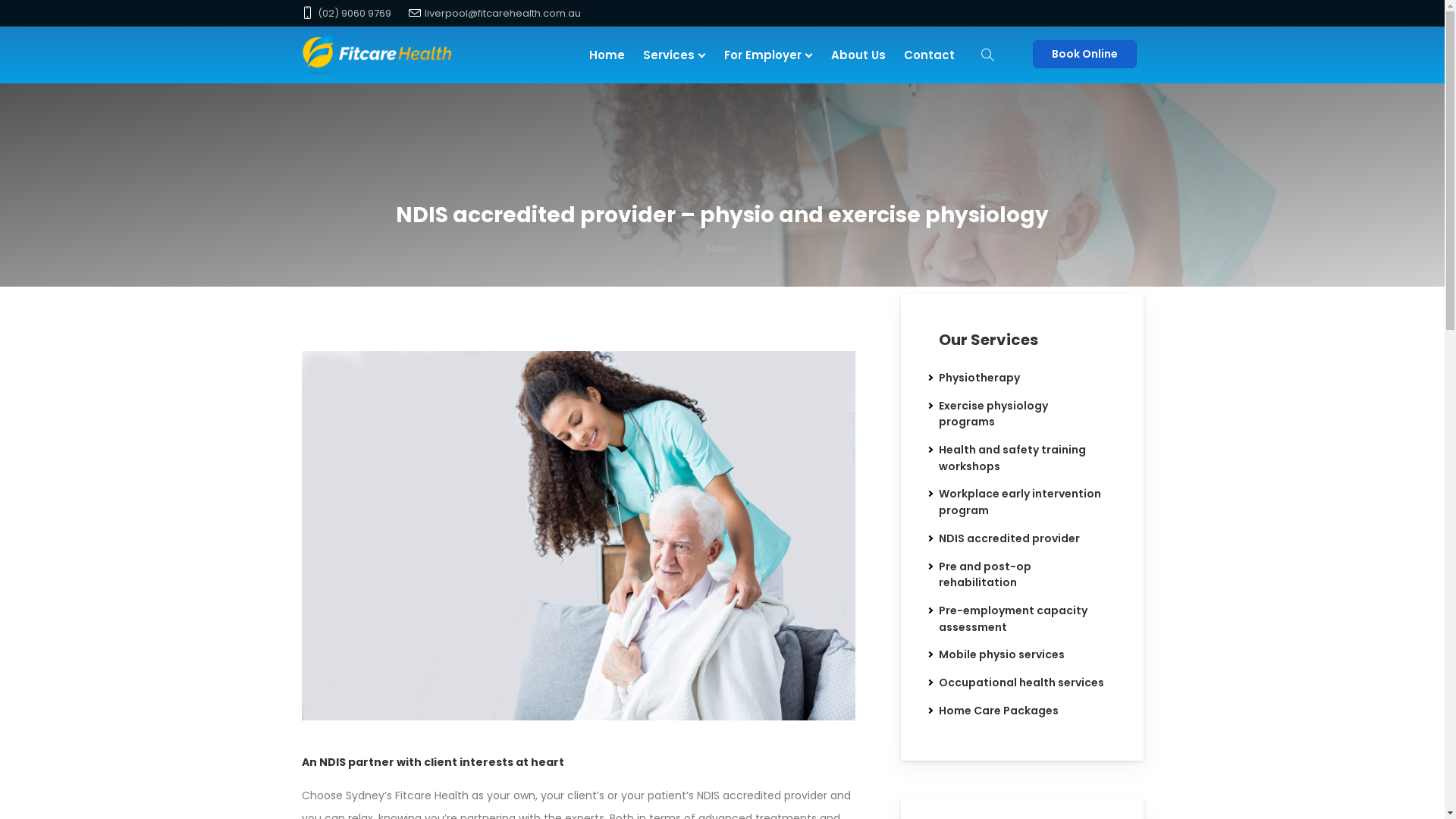 The image size is (1456, 819). Describe the element at coordinates (1032, 53) in the screenshot. I see `'Book Online'` at that location.